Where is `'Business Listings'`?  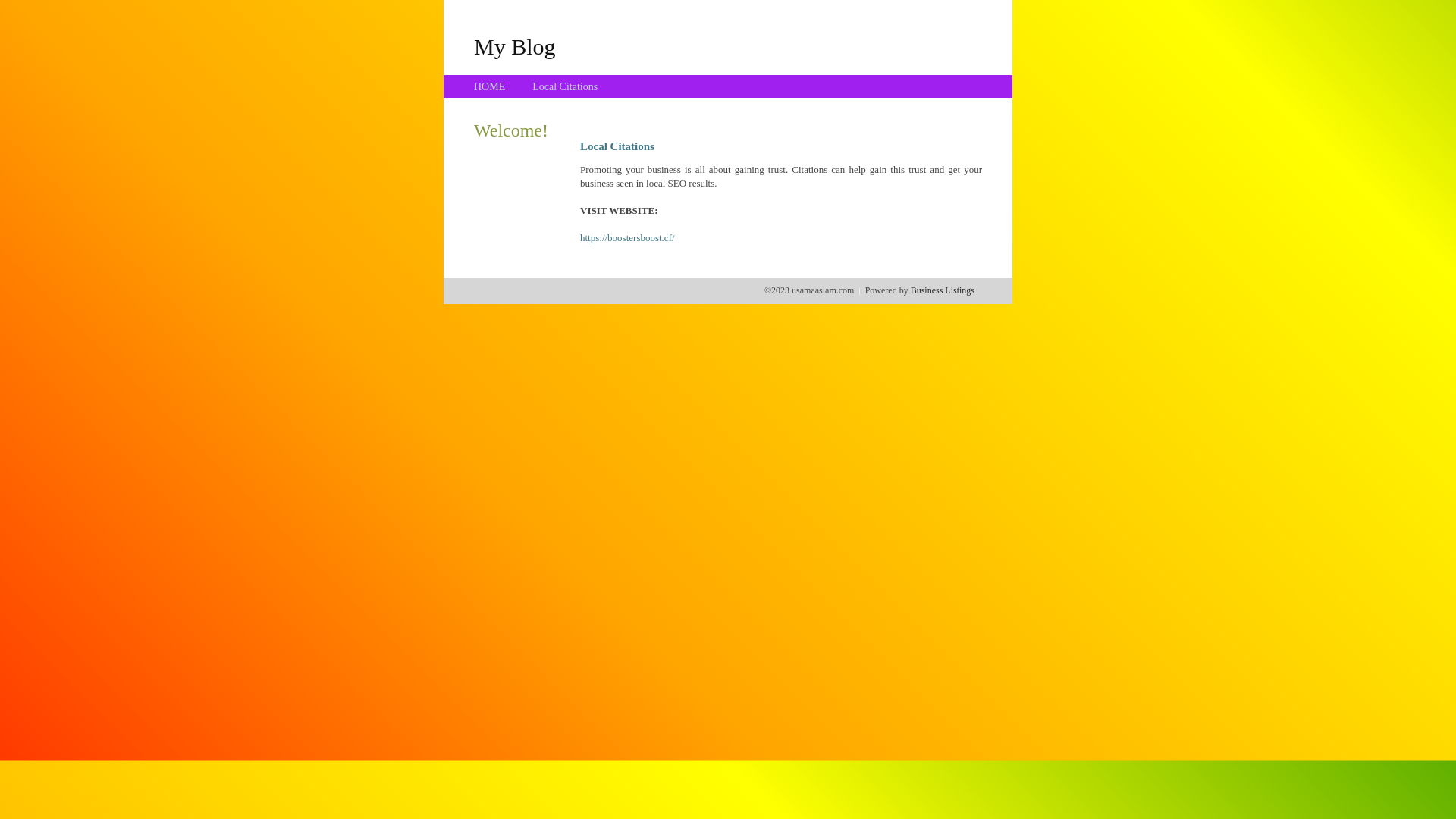 'Business Listings' is located at coordinates (942, 290).